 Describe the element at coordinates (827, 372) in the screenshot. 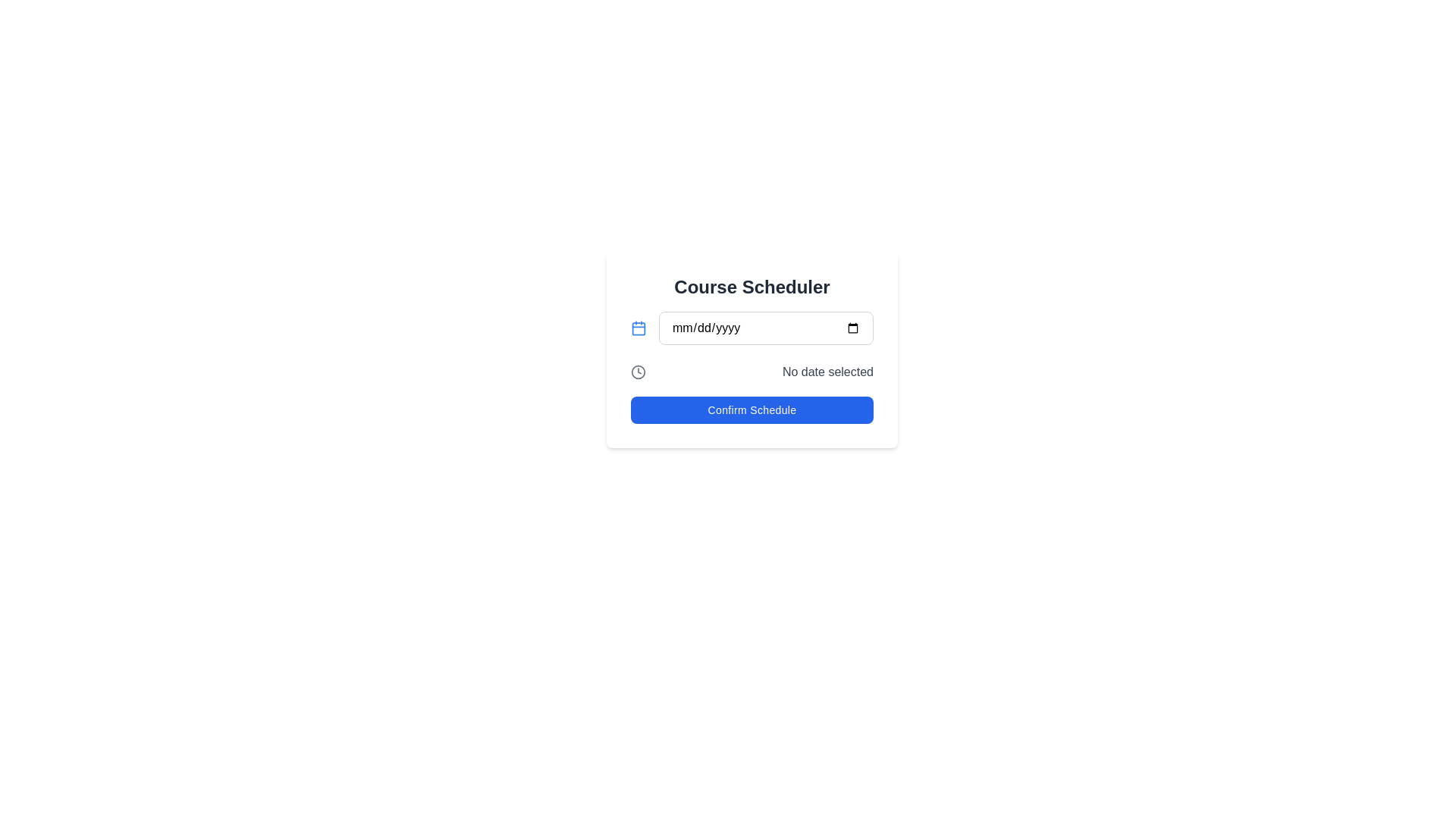

I see `the static text label indicating no date has been chosen in the scheduling form, located to the right of the clock icon` at that location.